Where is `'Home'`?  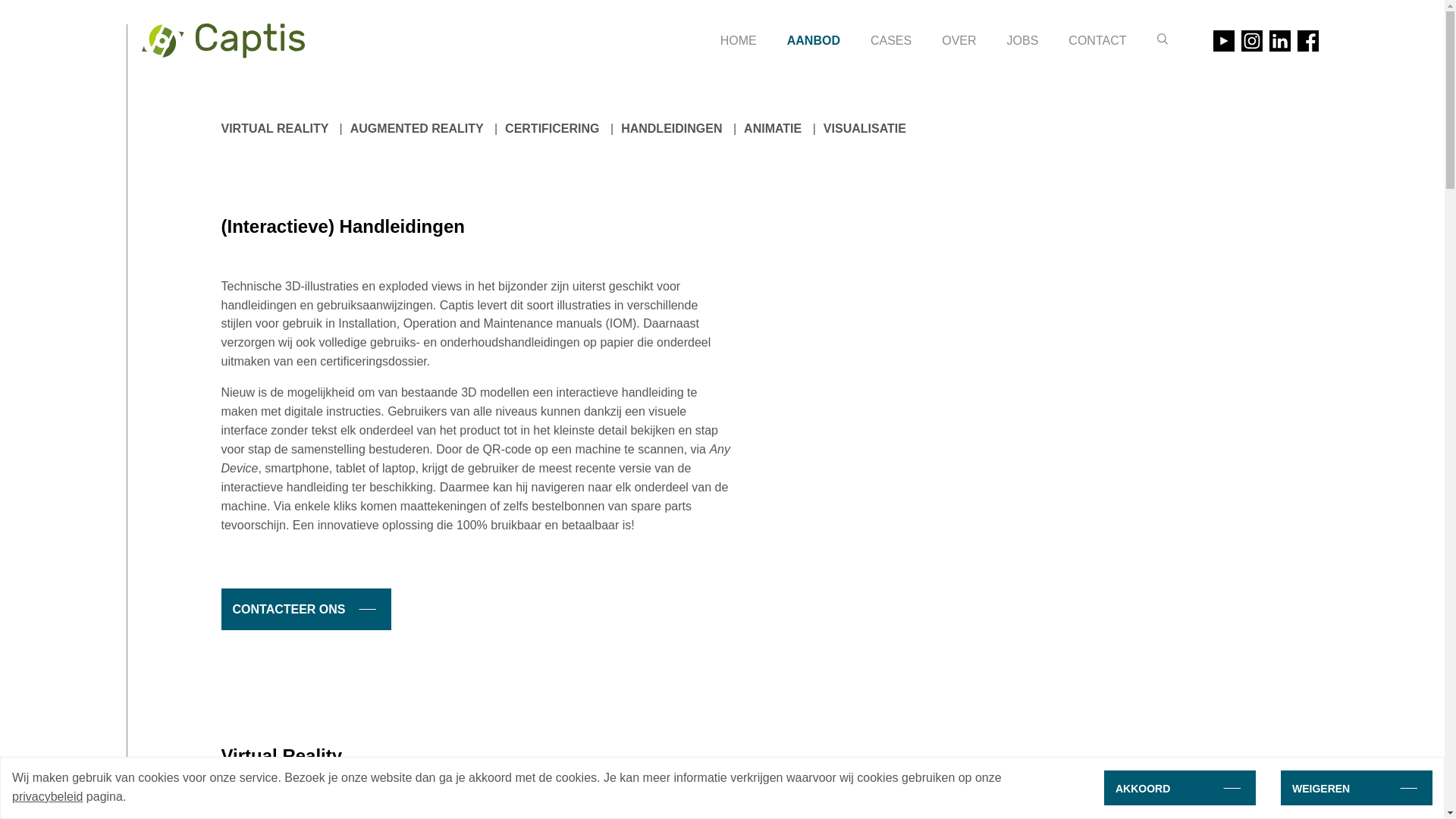 'Home' is located at coordinates (221, 40).